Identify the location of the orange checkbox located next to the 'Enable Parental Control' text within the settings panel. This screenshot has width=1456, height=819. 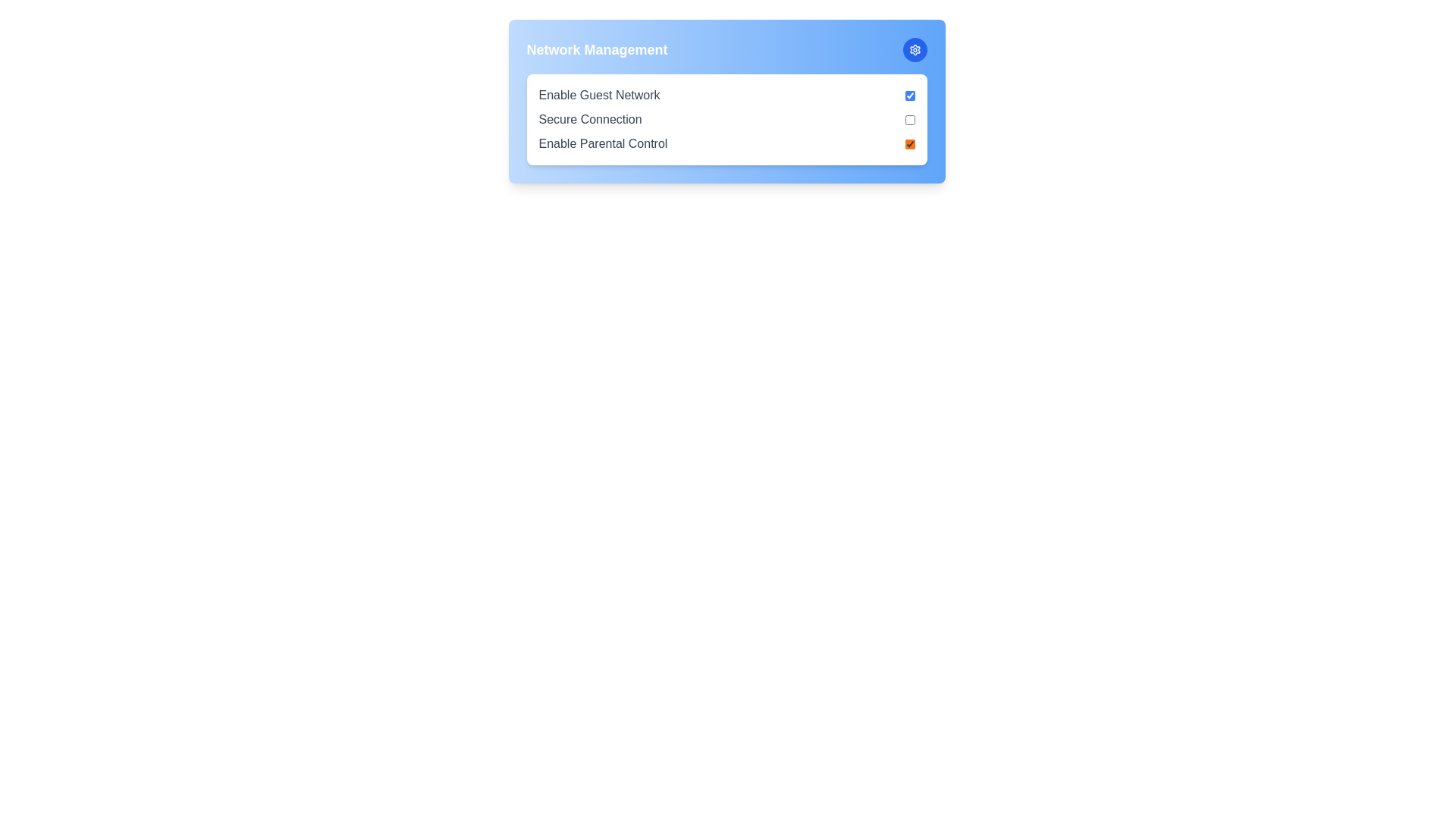
(910, 143).